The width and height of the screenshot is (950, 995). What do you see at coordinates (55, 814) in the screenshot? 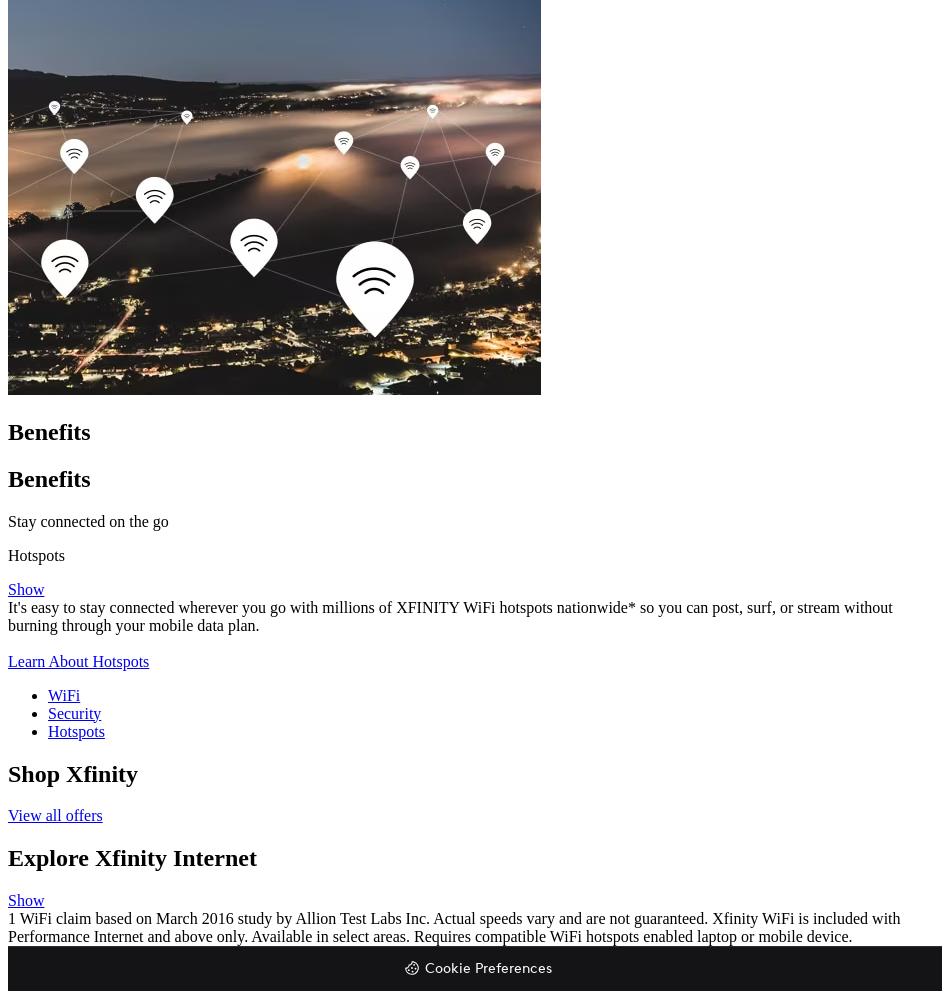
I see `'View all offers'` at bounding box center [55, 814].